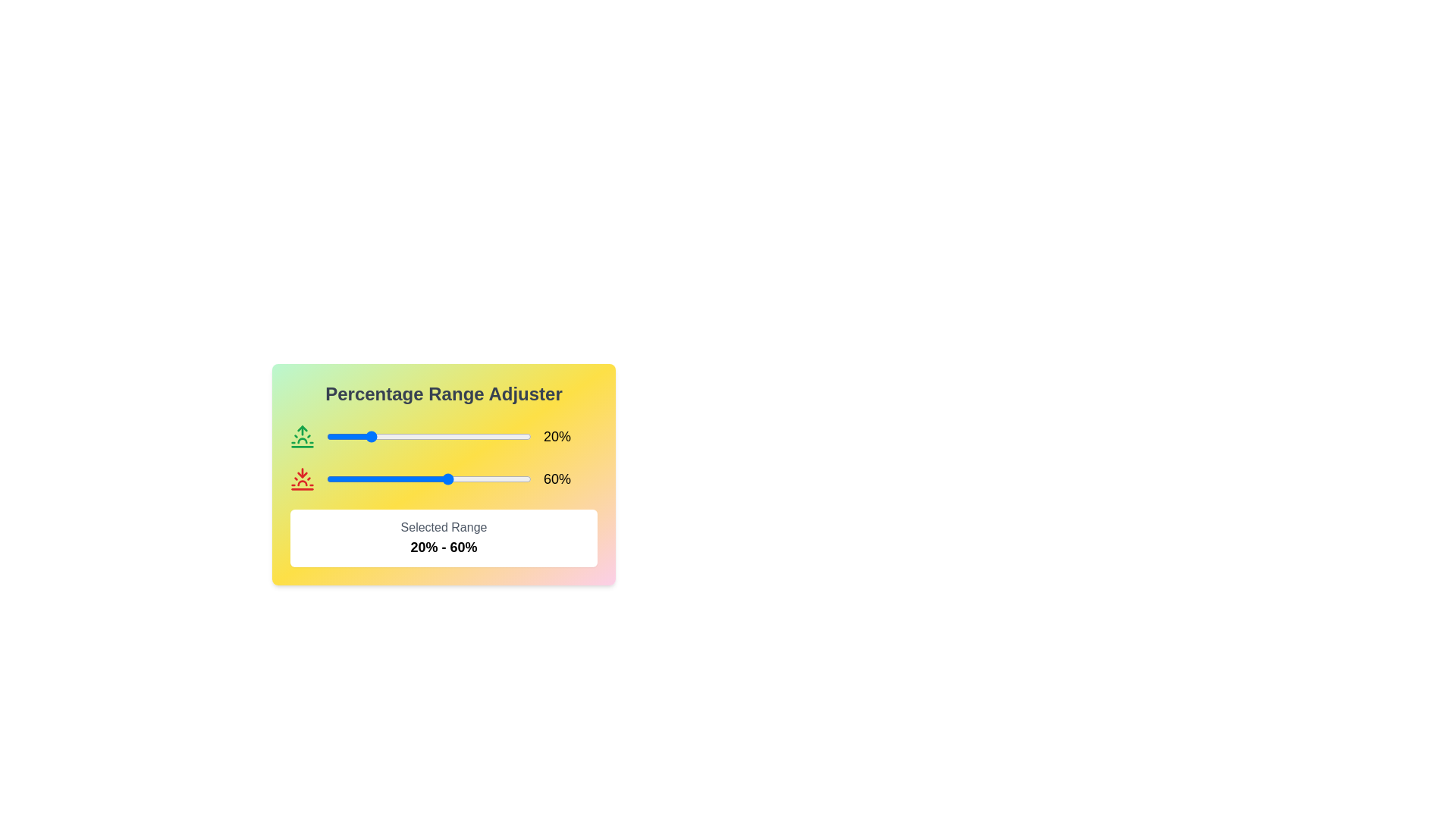 The width and height of the screenshot is (1456, 819). What do you see at coordinates (338, 436) in the screenshot?
I see `the slider` at bounding box center [338, 436].